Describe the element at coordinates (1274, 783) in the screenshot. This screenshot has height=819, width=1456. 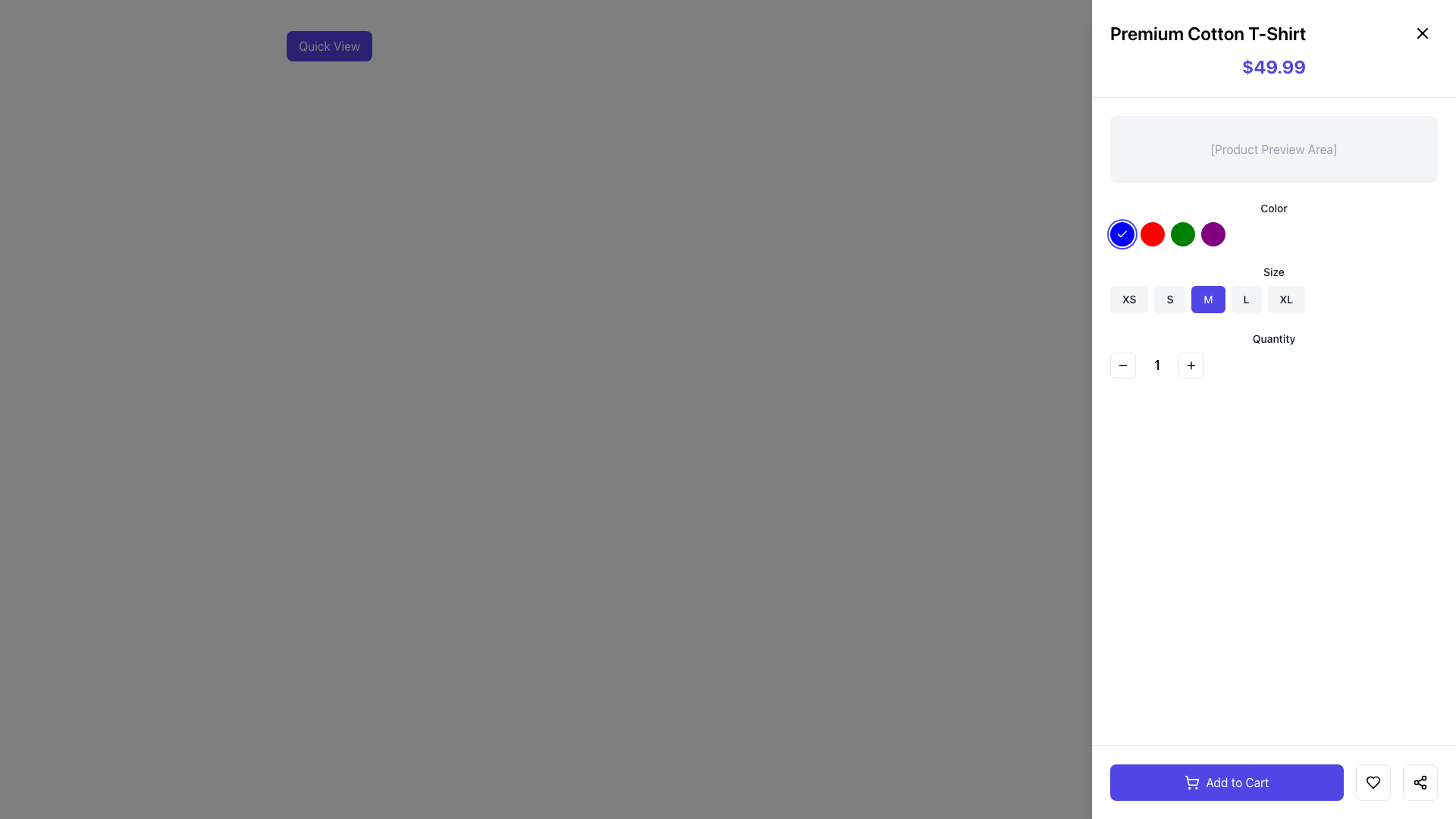
I see `the rectangular 'Add to Cart' button with a bright blue background and rounded corners located in the bottom-right section of the interface` at that location.